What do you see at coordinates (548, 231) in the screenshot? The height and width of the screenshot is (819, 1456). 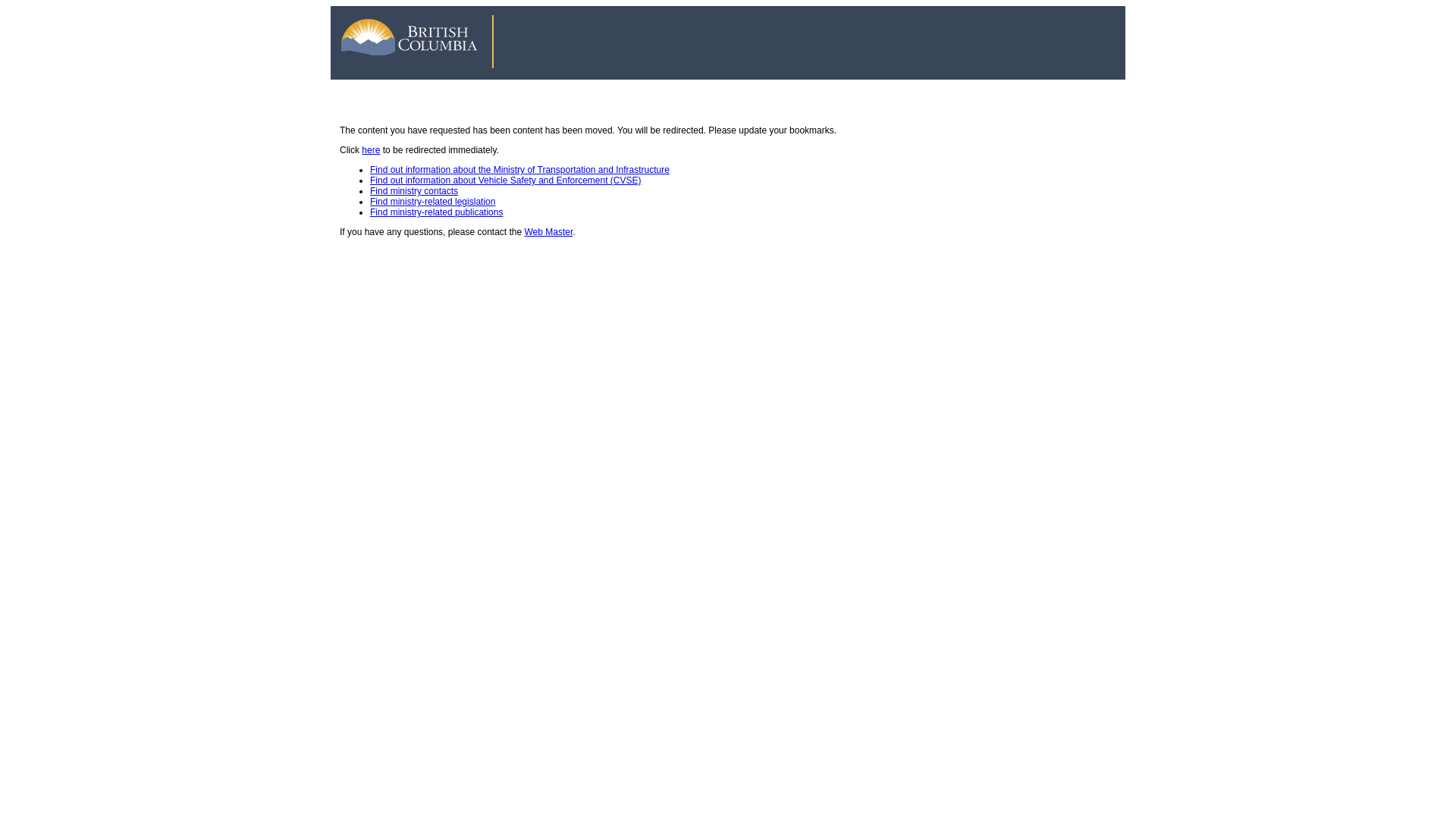 I see `'Web Master'` at bounding box center [548, 231].